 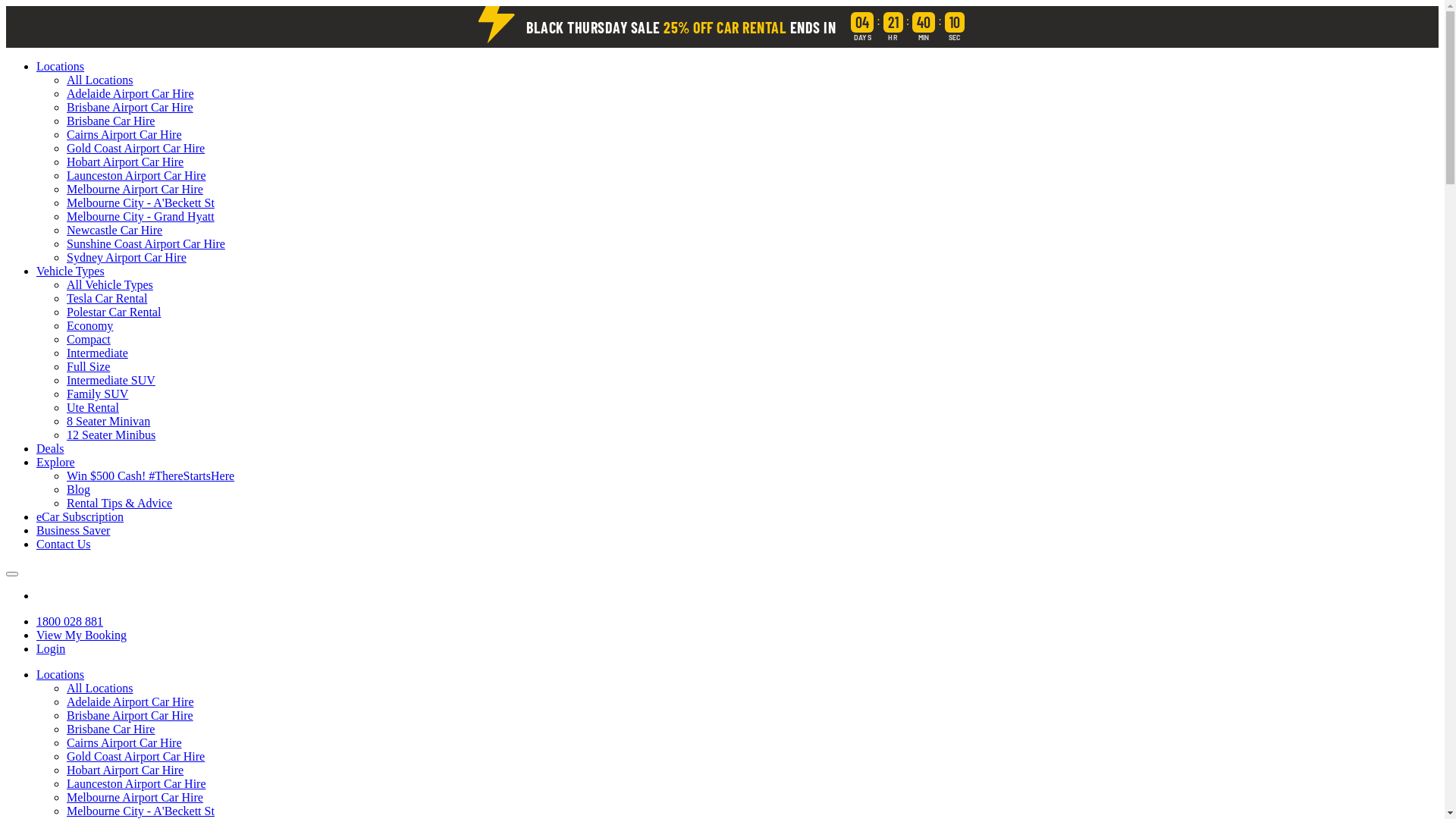 I want to click on 'Full Size', so click(x=87, y=366).